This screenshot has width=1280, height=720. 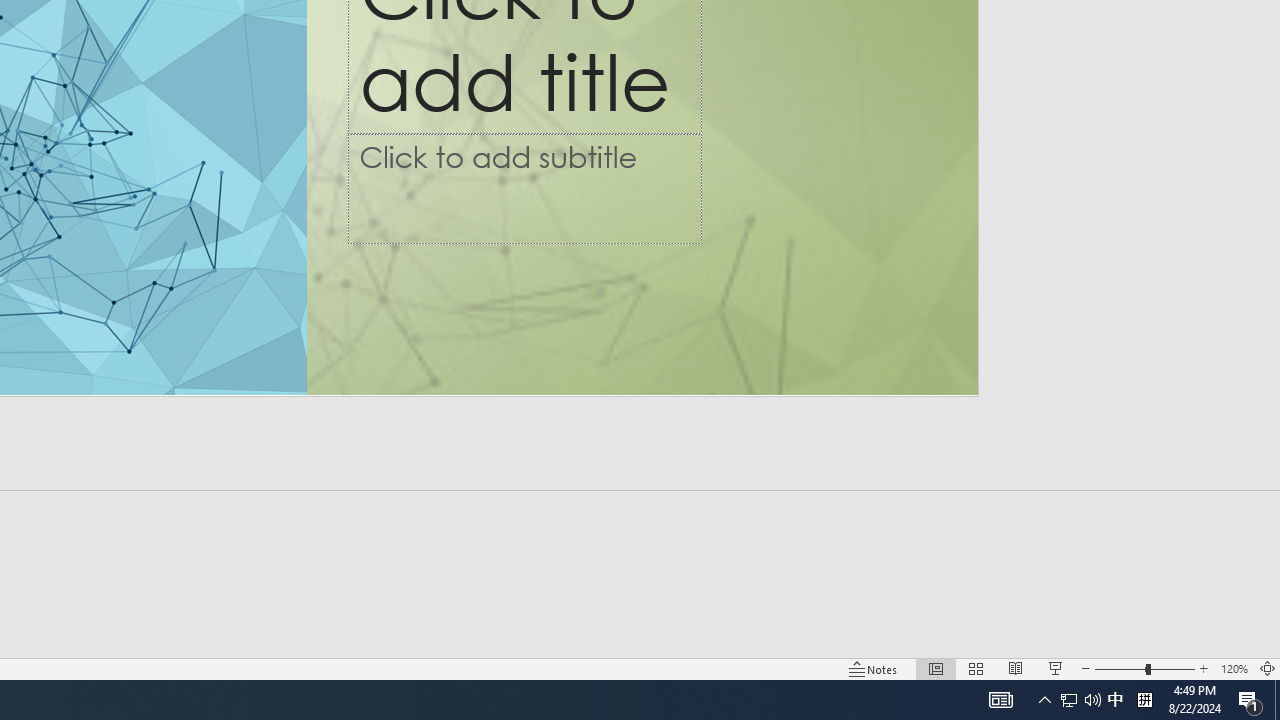 What do you see at coordinates (1203, 669) in the screenshot?
I see `'Zoom In'` at bounding box center [1203, 669].